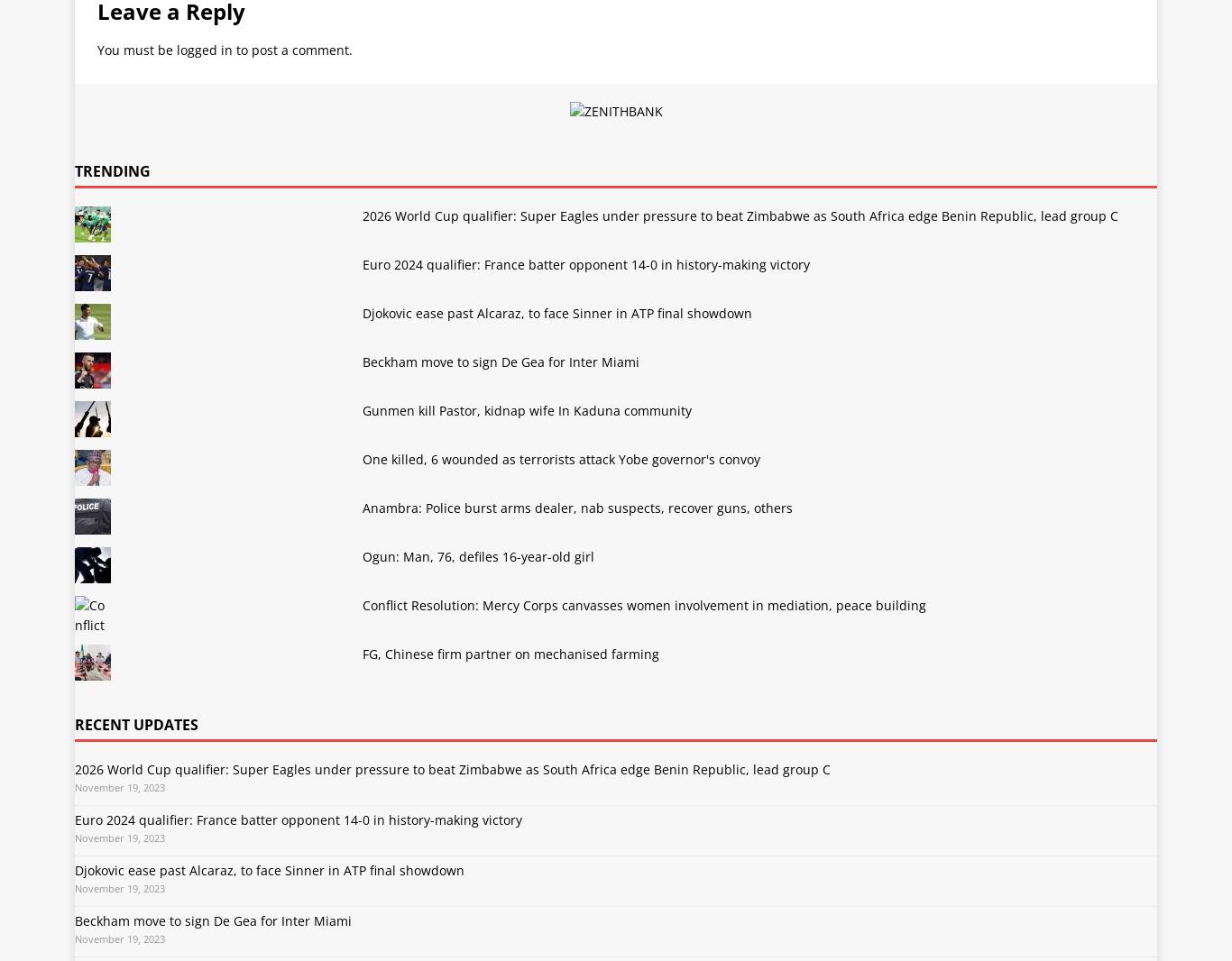 The width and height of the screenshot is (1232, 961). I want to click on 'Trending', so click(111, 169).